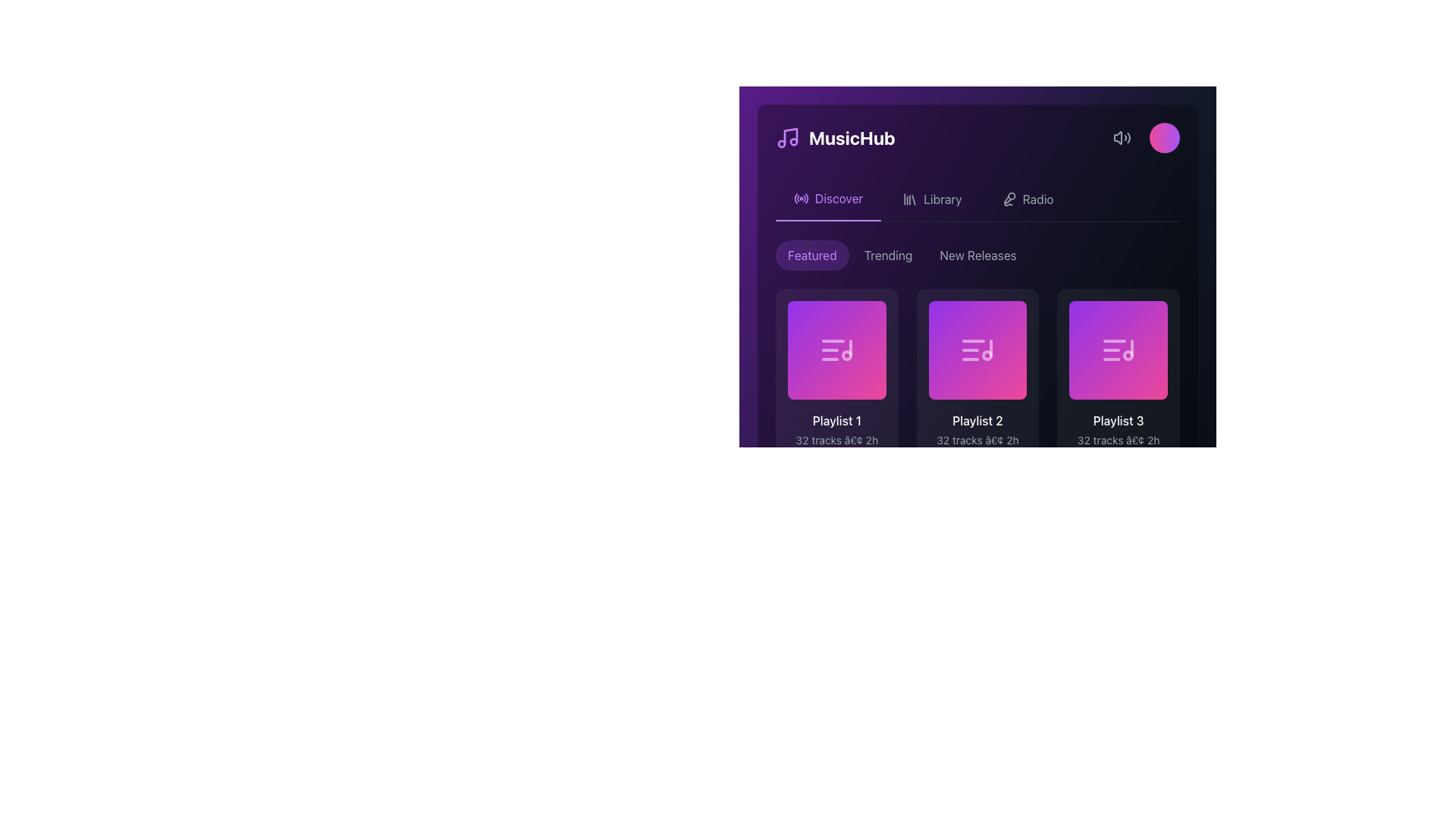 The height and width of the screenshot is (819, 1456). What do you see at coordinates (942, 198) in the screenshot?
I see `the Text Label (Link) that navigates` at bounding box center [942, 198].